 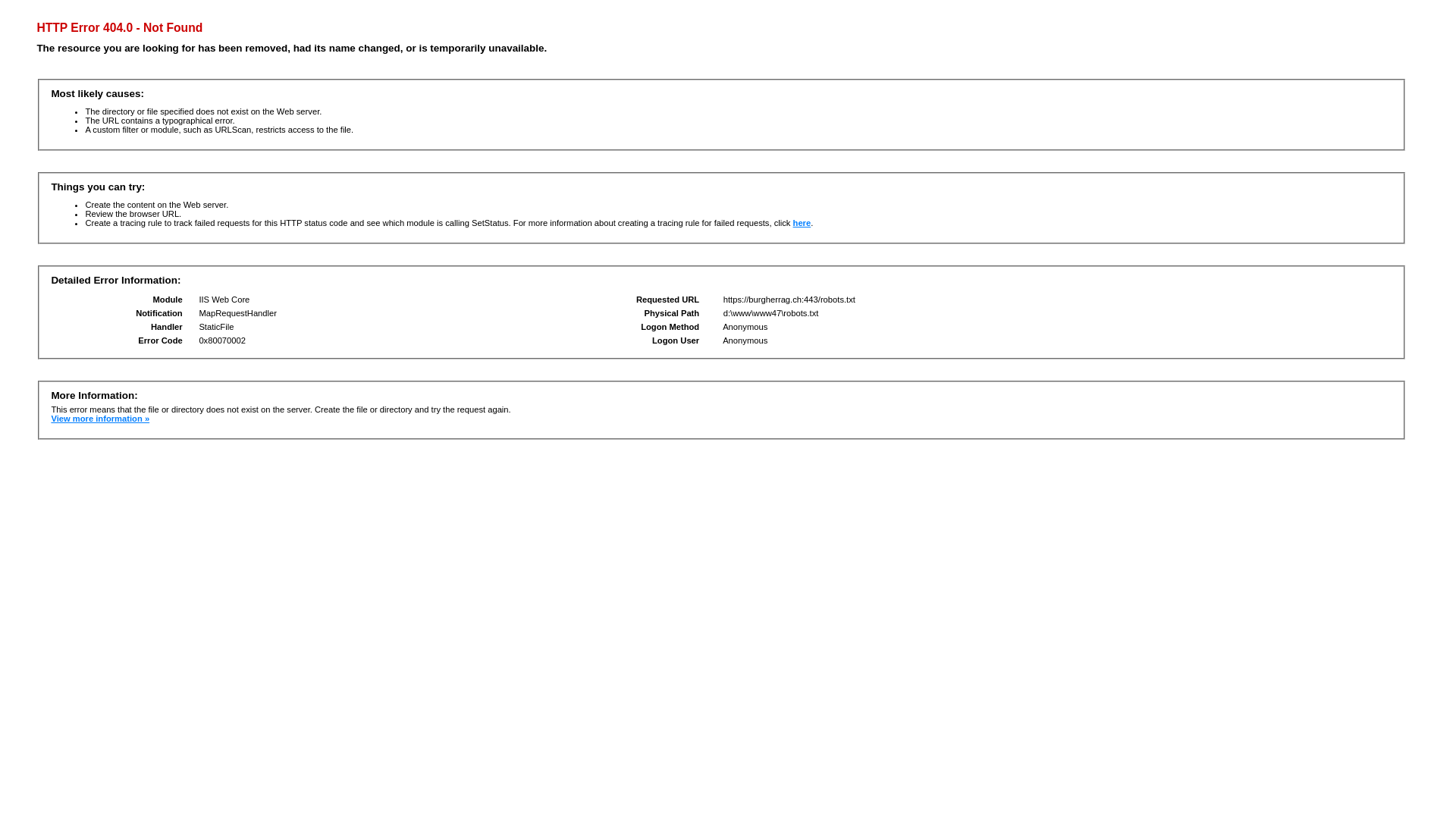 What do you see at coordinates (801, 222) in the screenshot?
I see `'here'` at bounding box center [801, 222].